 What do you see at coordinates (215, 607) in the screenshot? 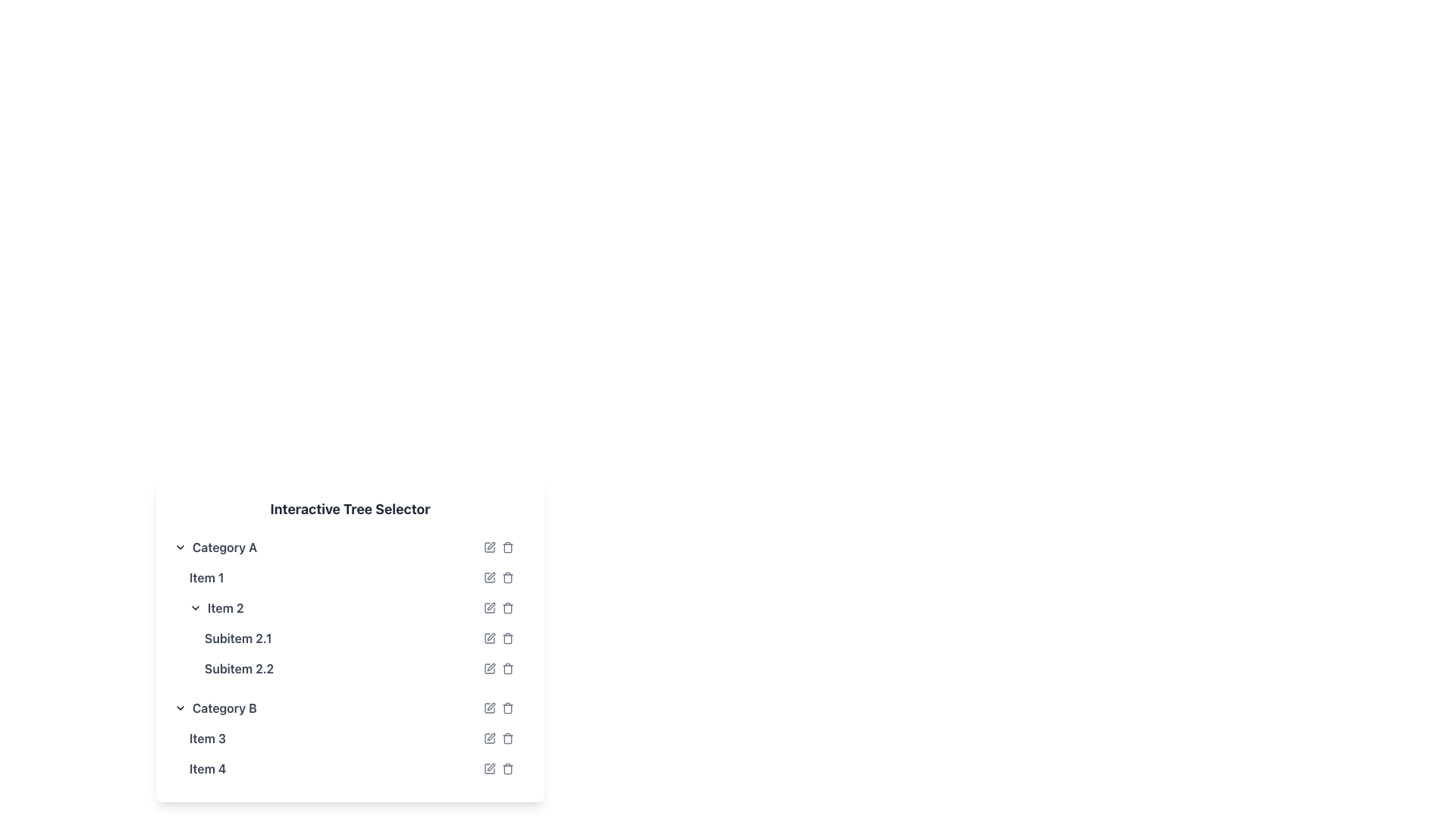
I see `the second Text label in 'Category A'` at bounding box center [215, 607].